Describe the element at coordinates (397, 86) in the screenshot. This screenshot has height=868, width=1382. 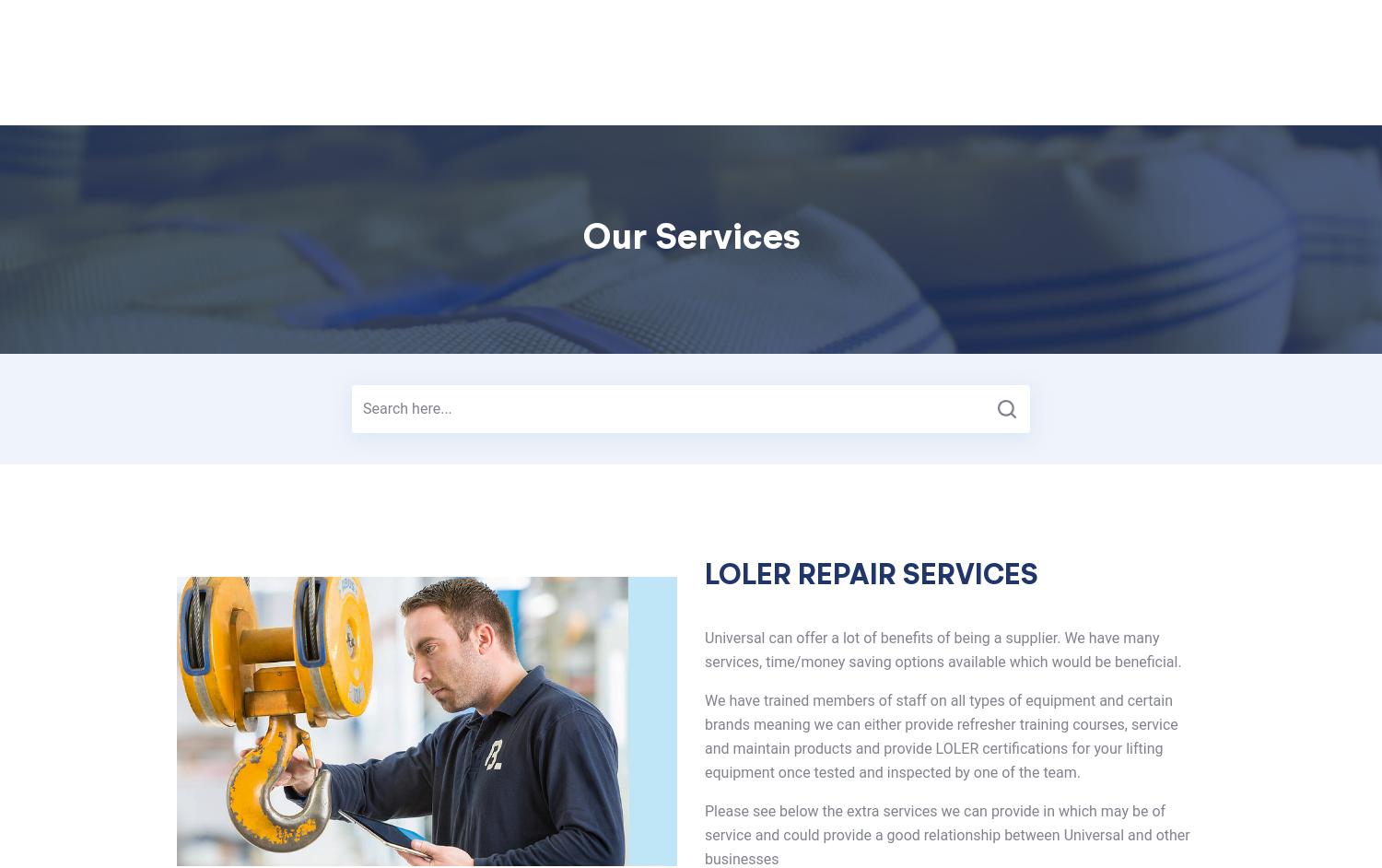
I see `'Home'` at that location.